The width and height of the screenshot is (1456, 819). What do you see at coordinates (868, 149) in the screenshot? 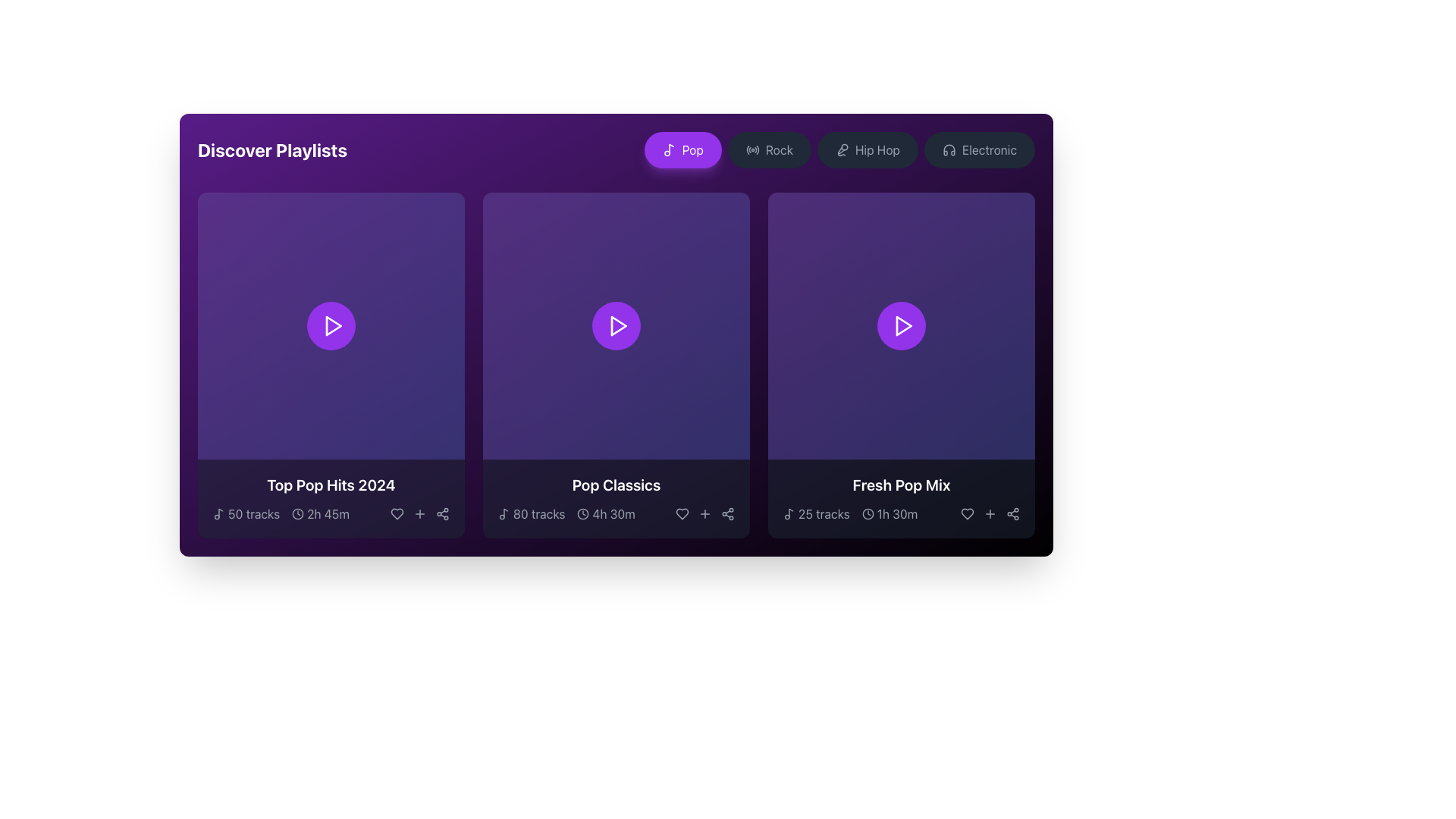
I see `the 'Hip Hop' genre button located as the third button from the left in the row of genre buttons, which is positioned after the 'Pop' and 'Rock' buttons, to filter or navigate to playlists in the Hip Hop genre` at bounding box center [868, 149].